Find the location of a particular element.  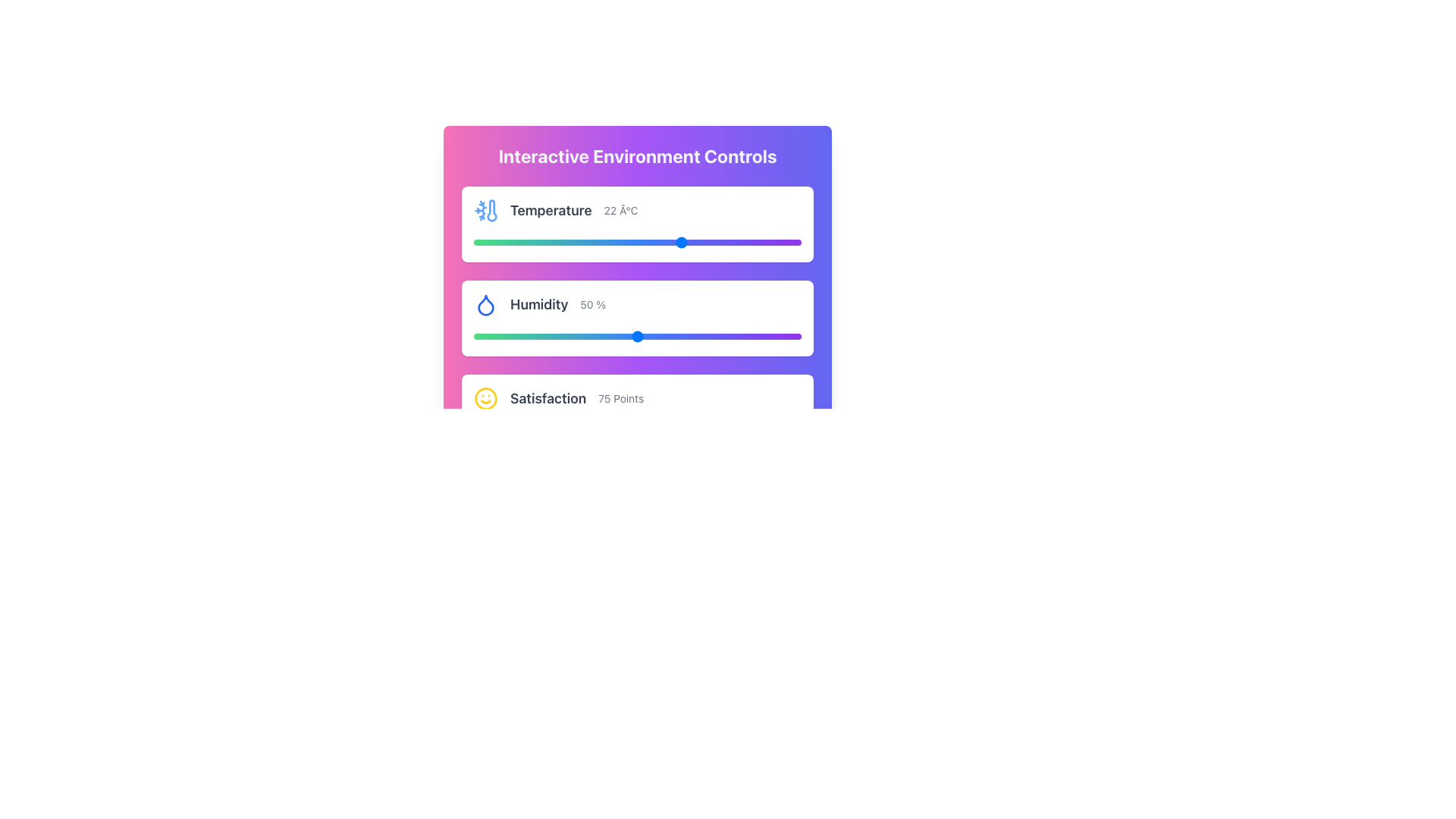

the slider is located at coordinates (631, 242).